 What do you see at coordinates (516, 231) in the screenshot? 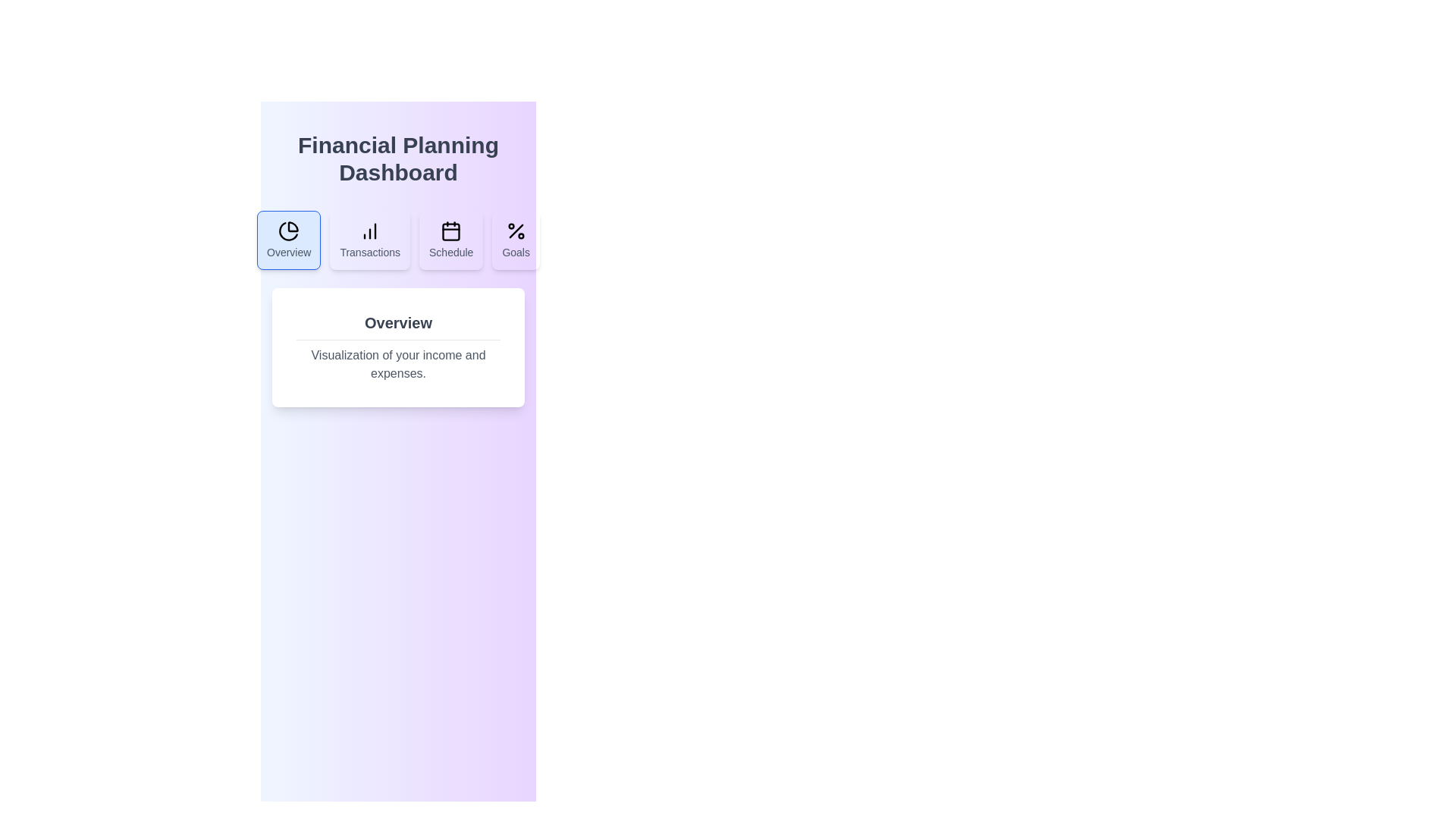
I see `the goals or percentages icon located in the fourth position of the navigation section at the top of the interface` at bounding box center [516, 231].